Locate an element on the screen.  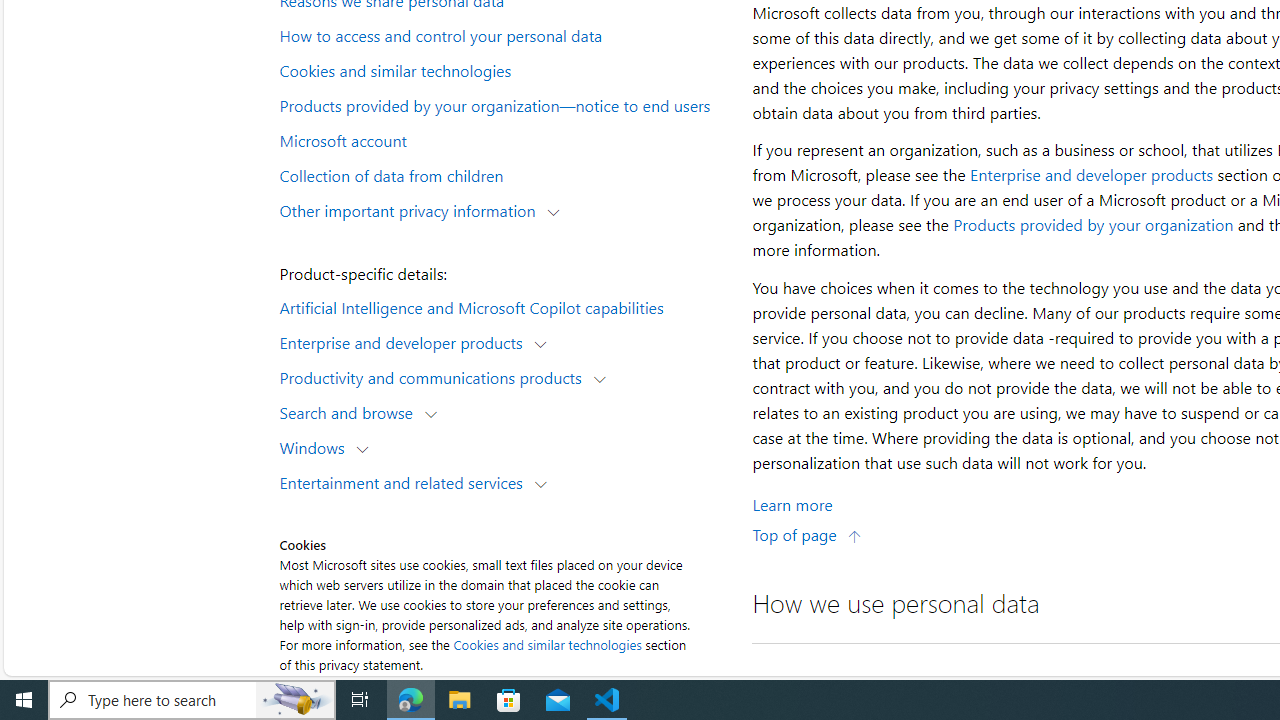
'Productivity and communications products' is located at coordinates (434, 376).